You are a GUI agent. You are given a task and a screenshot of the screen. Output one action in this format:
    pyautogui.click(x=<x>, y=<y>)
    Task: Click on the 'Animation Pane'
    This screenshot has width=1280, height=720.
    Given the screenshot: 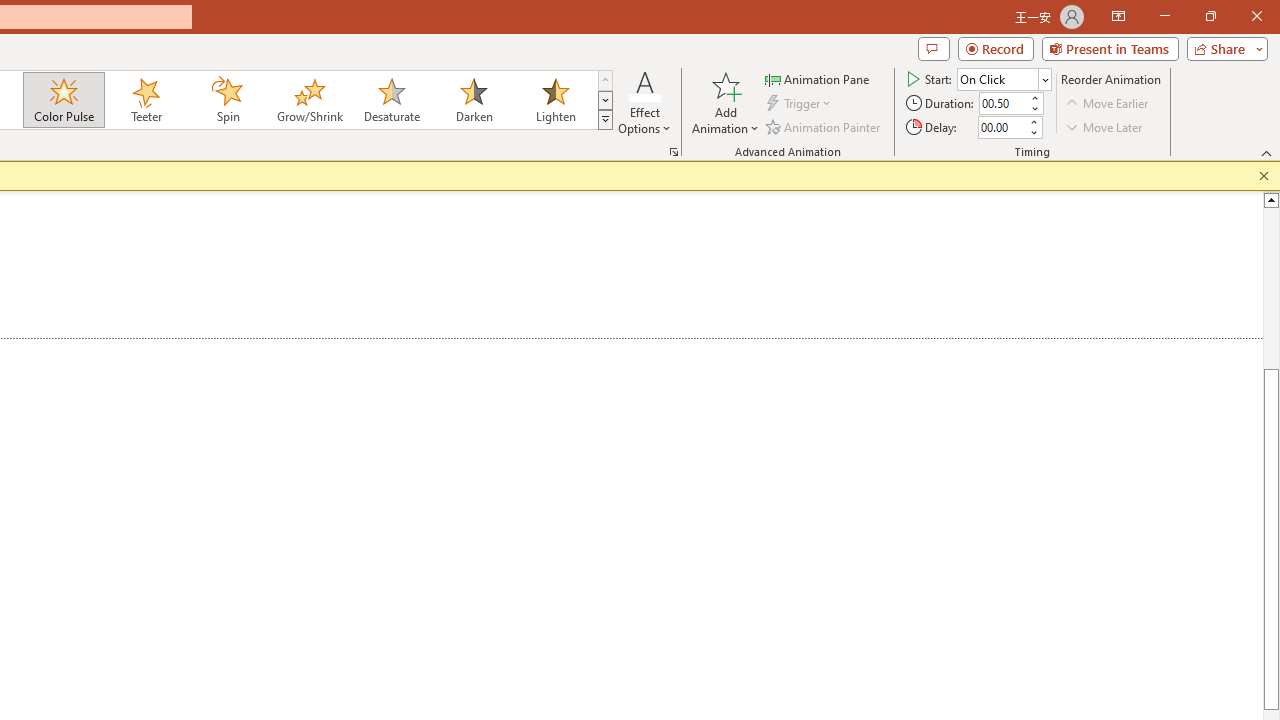 What is the action you would take?
    pyautogui.click(x=818, y=78)
    